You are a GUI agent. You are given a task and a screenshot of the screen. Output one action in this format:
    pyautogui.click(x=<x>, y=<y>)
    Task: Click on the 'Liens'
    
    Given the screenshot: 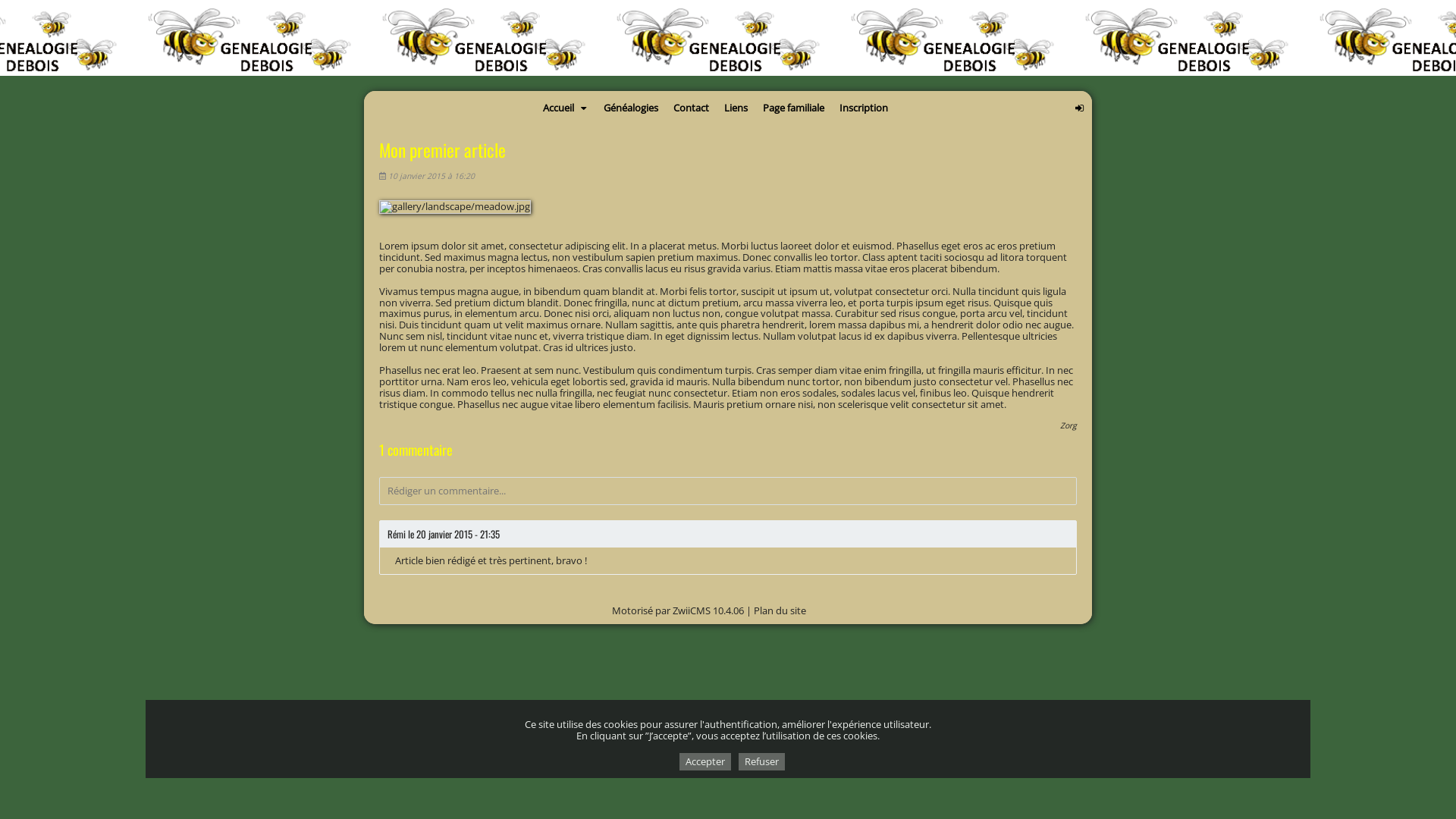 What is the action you would take?
    pyautogui.click(x=736, y=107)
    